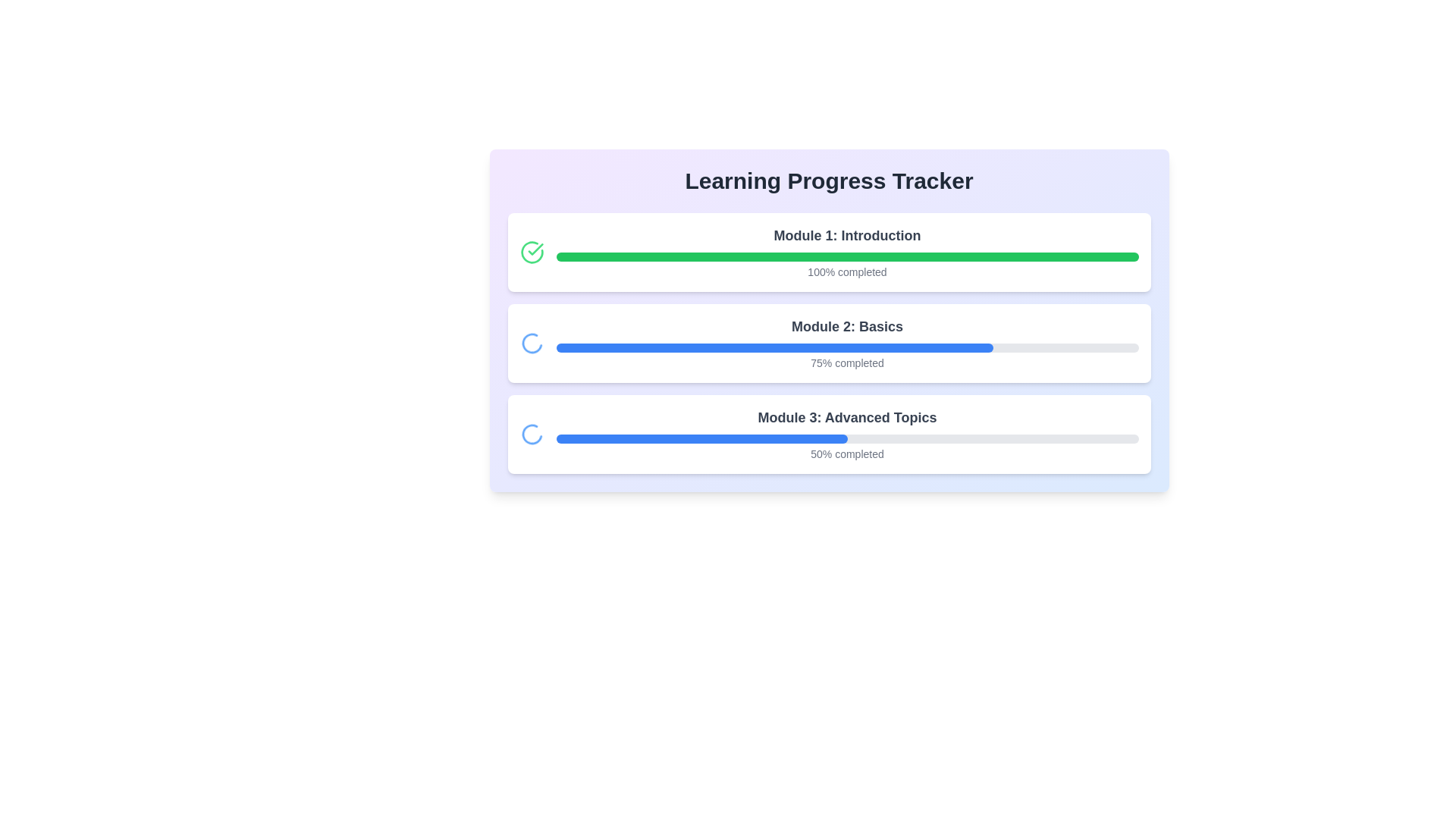 This screenshot has height=819, width=1456. What do you see at coordinates (846, 326) in the screenshot?
I see `the text header 'Module 2: Basics', which is styled with a large bold gray font and is prominently displayed above the progress bar in the middle section of the progress tracker` at bounding box center [846, 326].